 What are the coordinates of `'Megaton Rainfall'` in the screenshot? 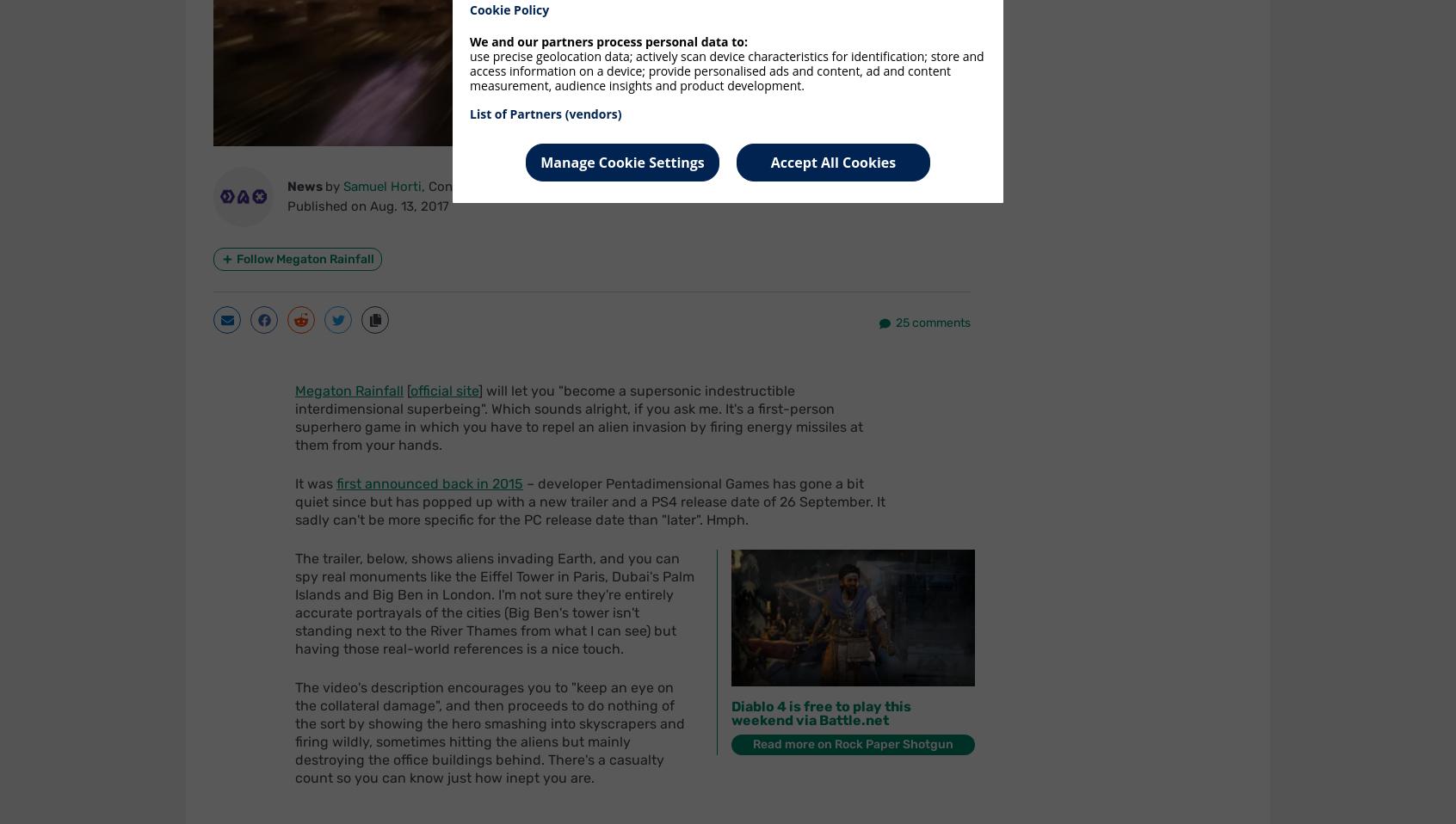 It's located at (349, 390).